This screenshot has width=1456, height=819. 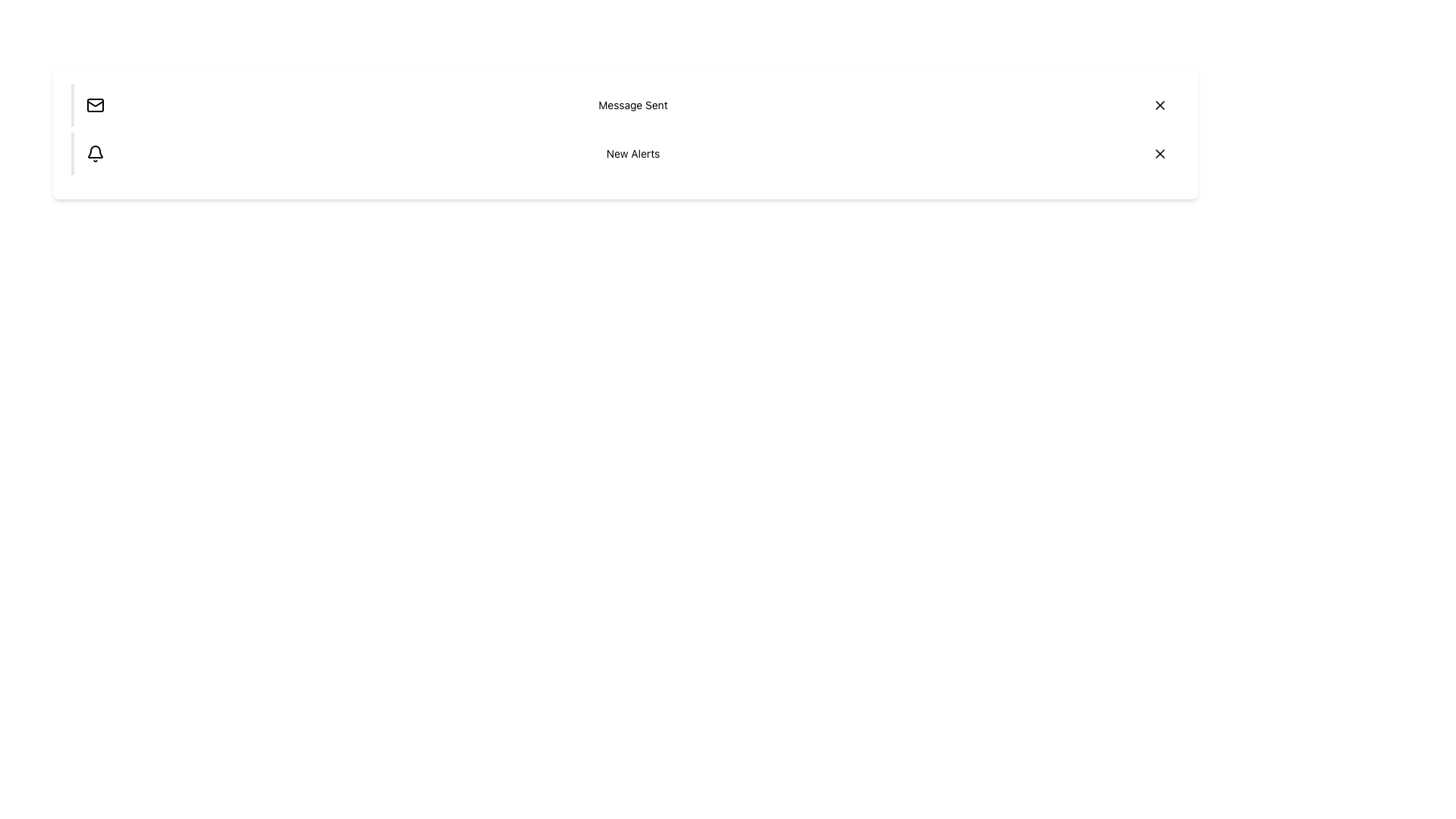 I want to click on the envelope icon in the navigation menu for accessibility usage, so click(x=94, y=104).